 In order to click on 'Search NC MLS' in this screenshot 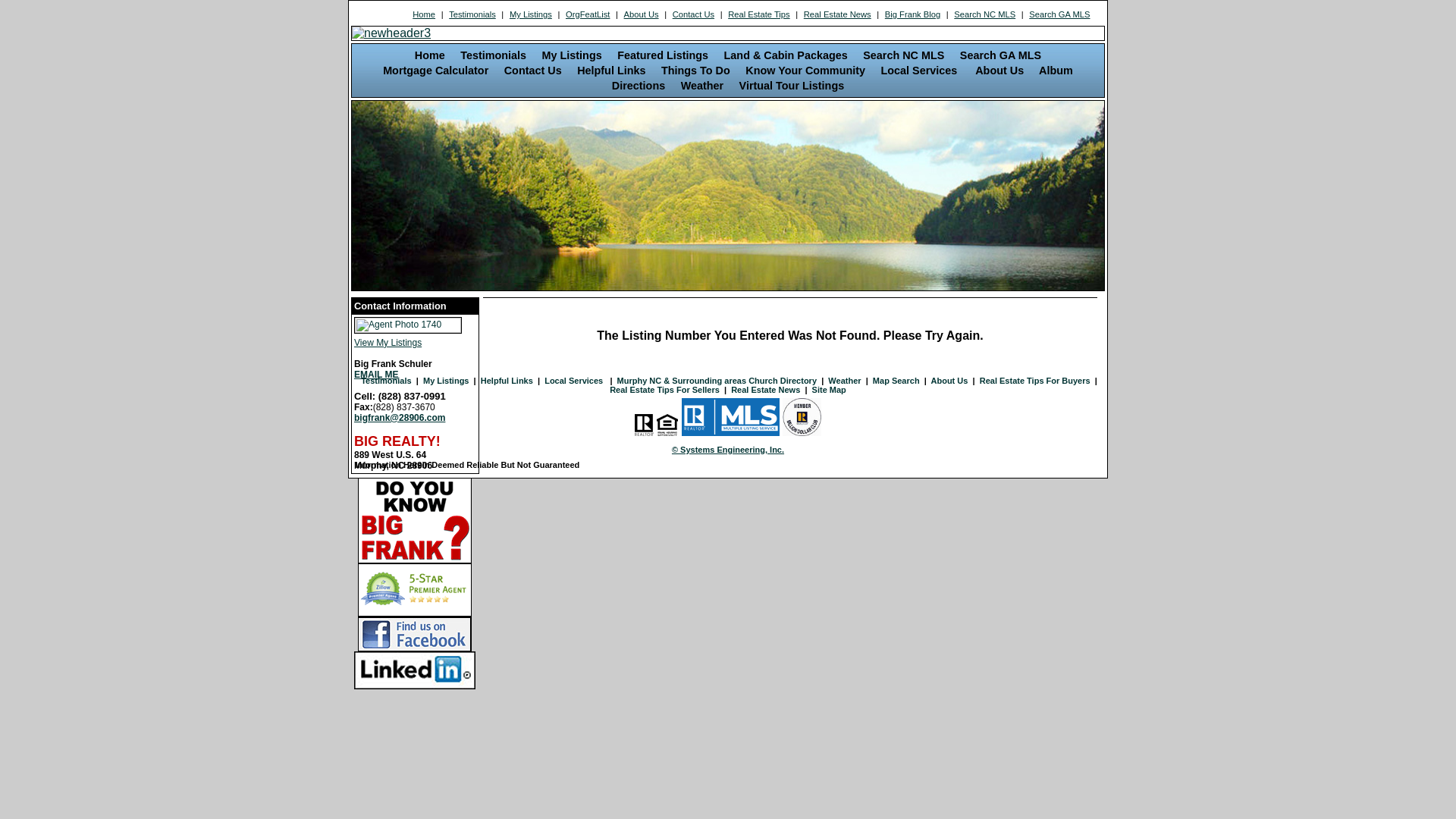, I will do `click(985, 14)`.